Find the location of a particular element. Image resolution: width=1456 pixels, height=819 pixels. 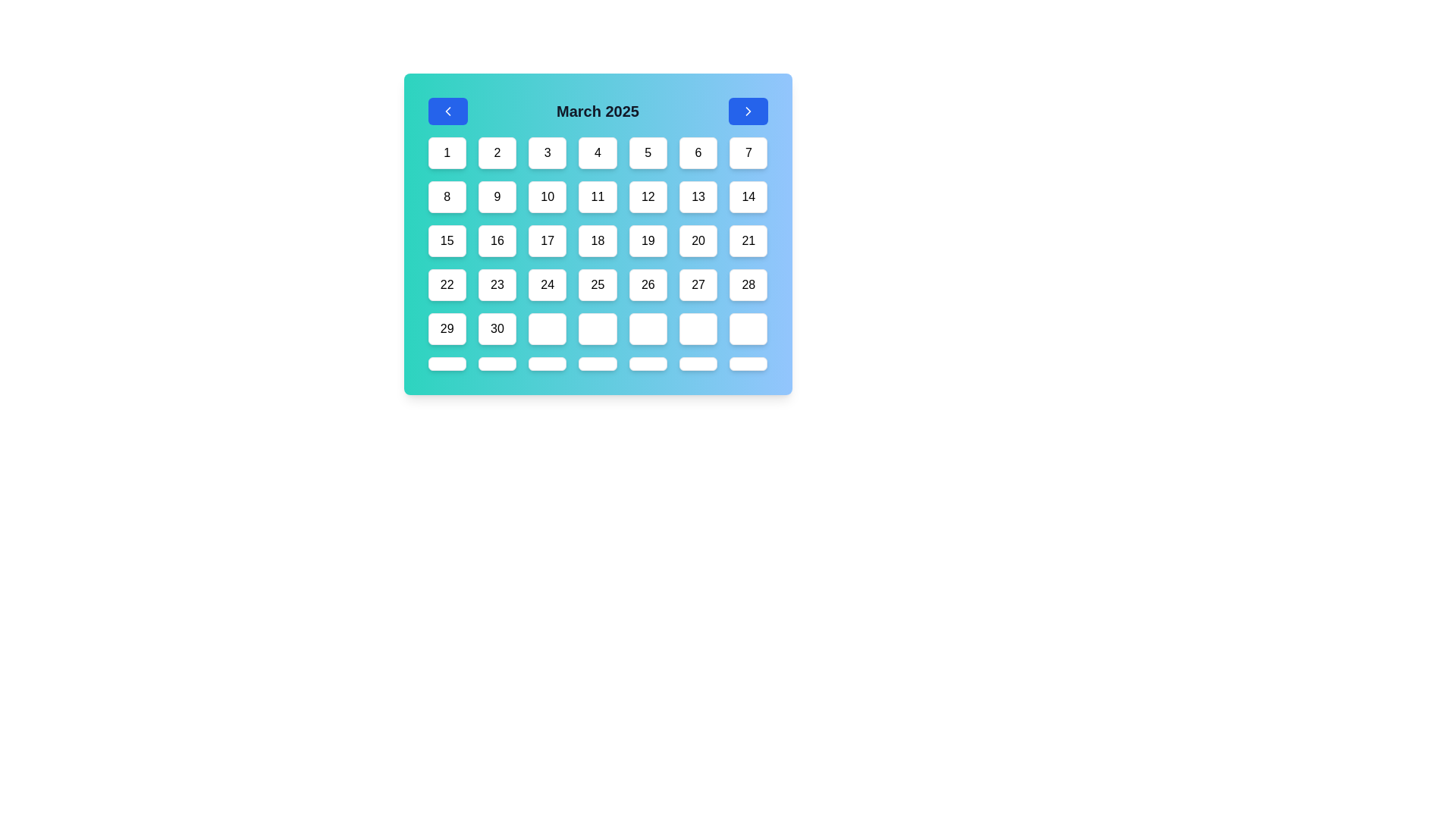

the text label displaying 'March 2025' in bold and large font, located at the top of the calendar interface is located at coordinates (597, 110).